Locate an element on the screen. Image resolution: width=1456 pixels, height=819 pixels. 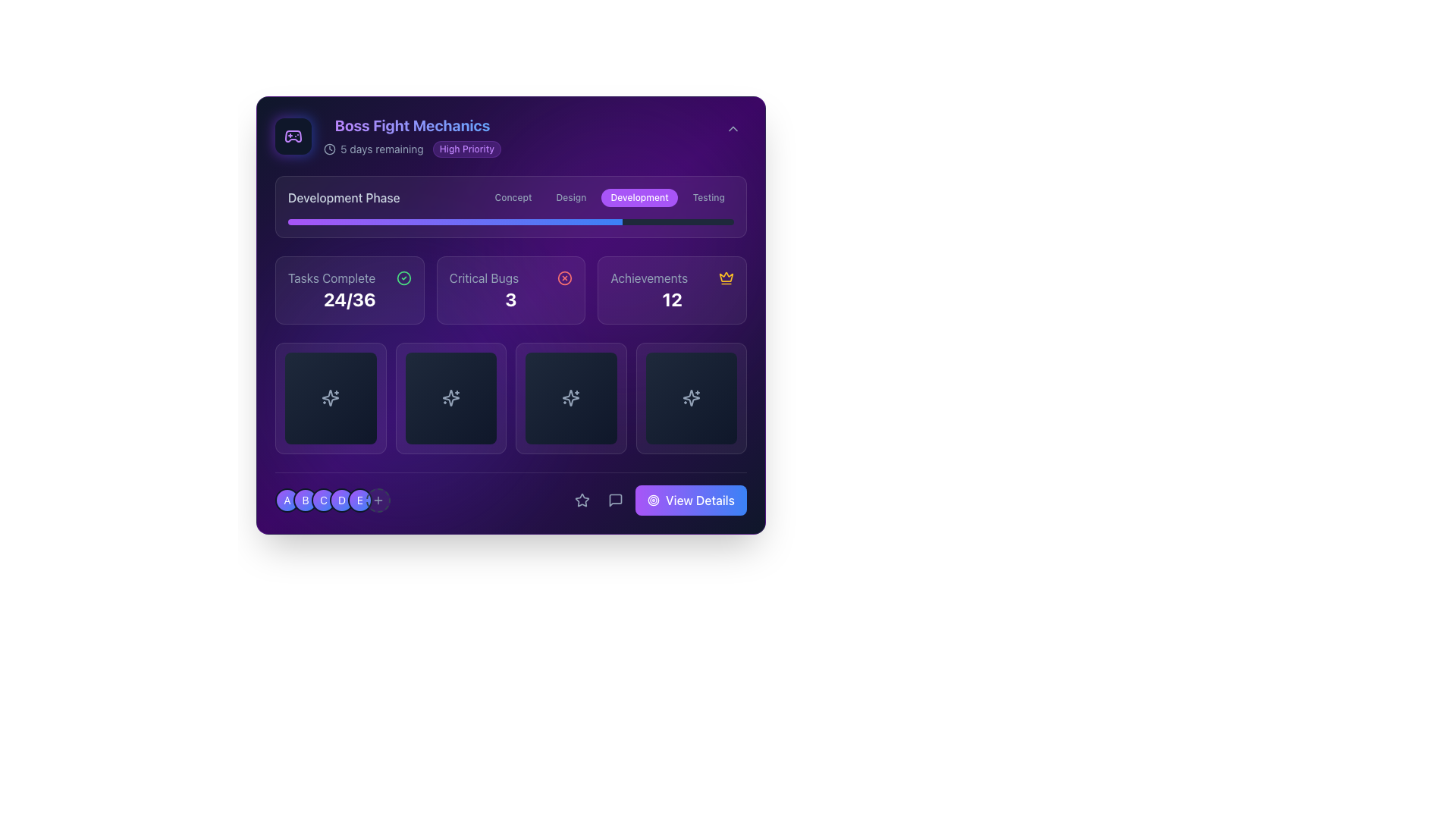
the Progress bar that visually indicates the progress of the 'Development Phase', located below the buttons labeled 'Concept', 'Design', 'Development', and 'Testing' is located at coordinates (510, 222).